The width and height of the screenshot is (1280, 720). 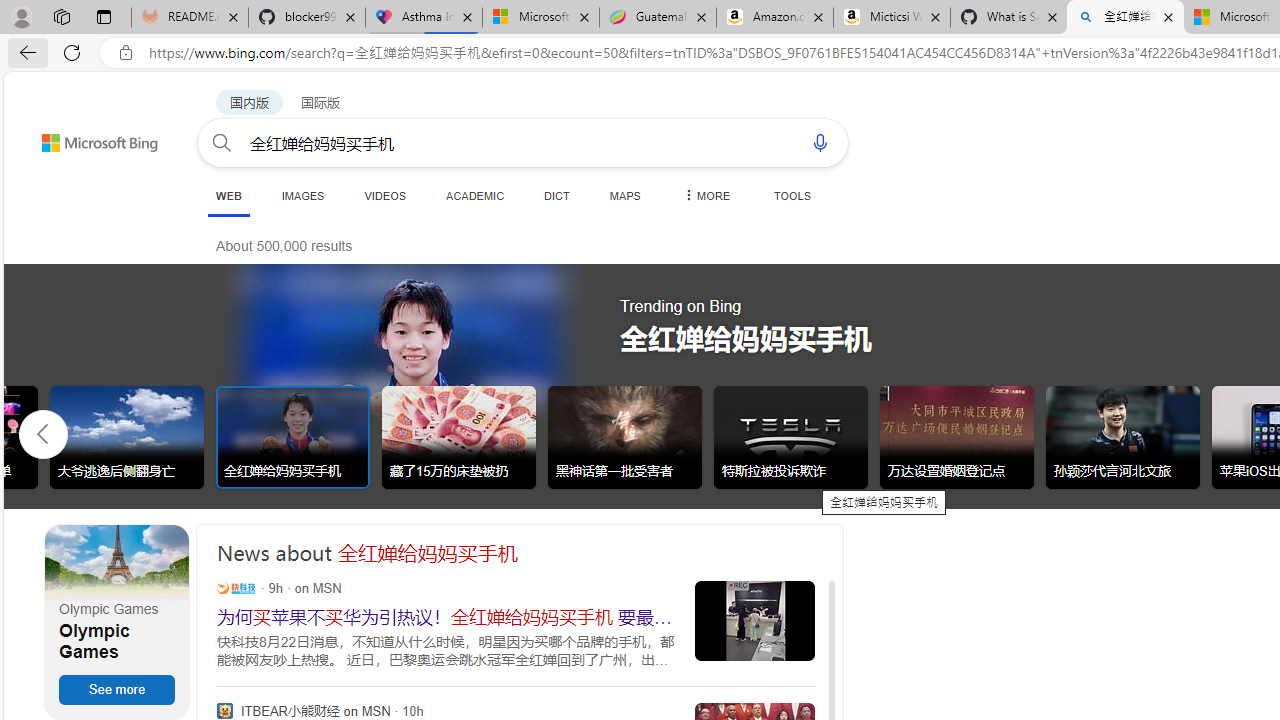 I want to click on 'Dropdown Menu', so click(x=705, y=195).